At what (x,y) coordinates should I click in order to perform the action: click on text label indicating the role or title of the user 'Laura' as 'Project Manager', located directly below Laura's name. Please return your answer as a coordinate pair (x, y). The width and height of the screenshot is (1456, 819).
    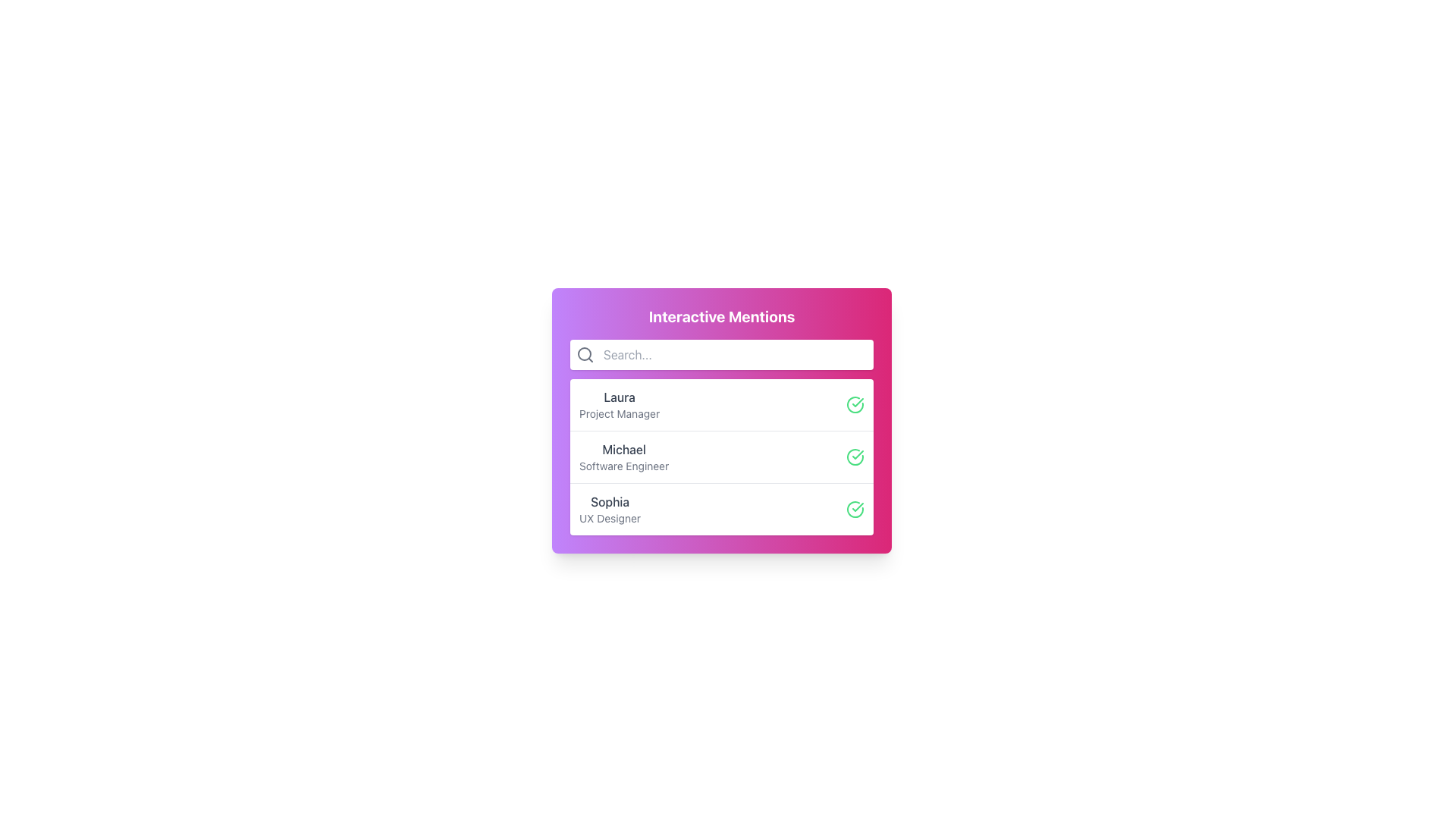
    Looking at the image, I should click on (620, 414).